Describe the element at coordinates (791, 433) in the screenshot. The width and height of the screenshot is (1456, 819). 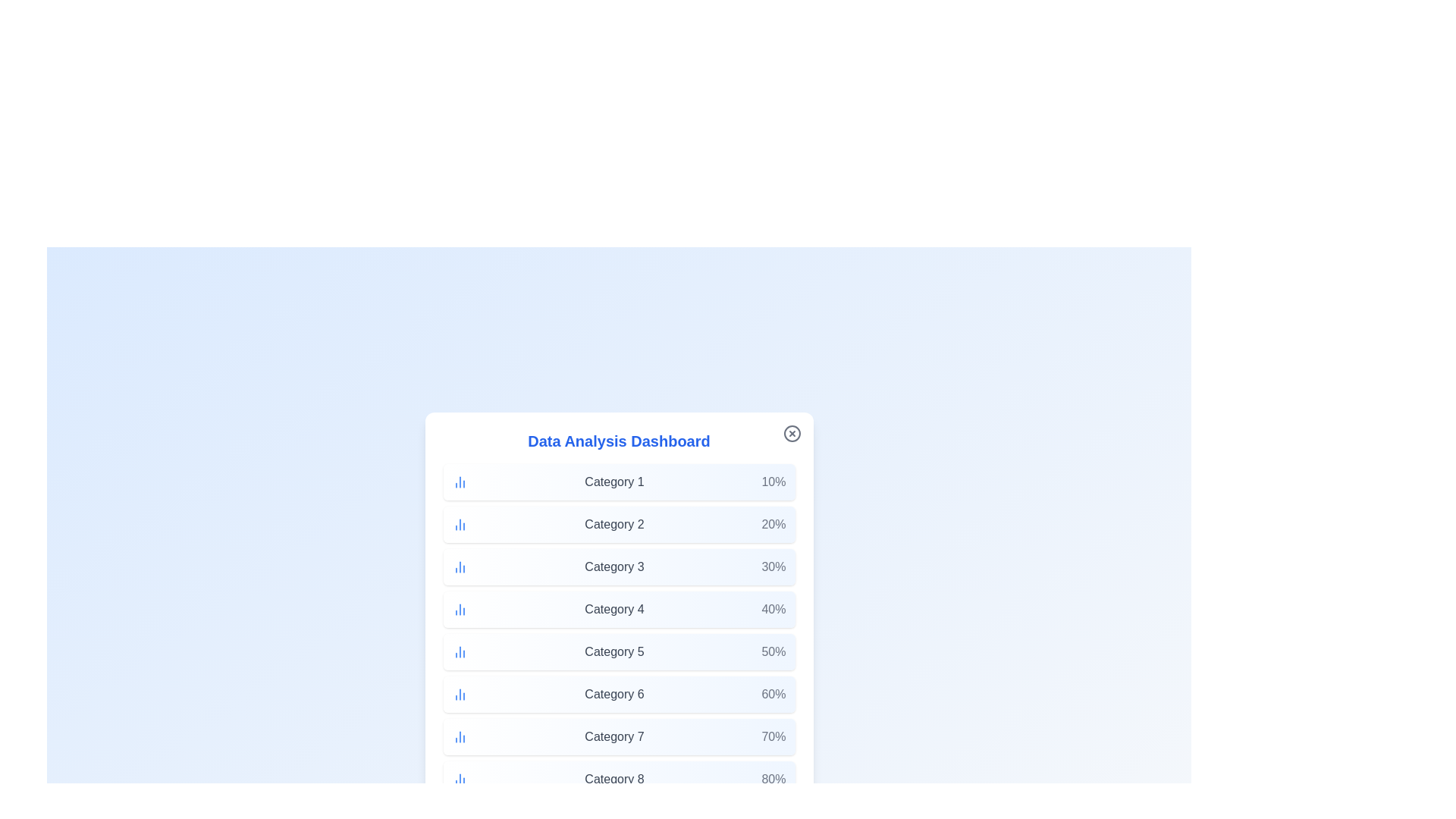
I see `the 'Close' button in the top right corner of the dialog` at that location.